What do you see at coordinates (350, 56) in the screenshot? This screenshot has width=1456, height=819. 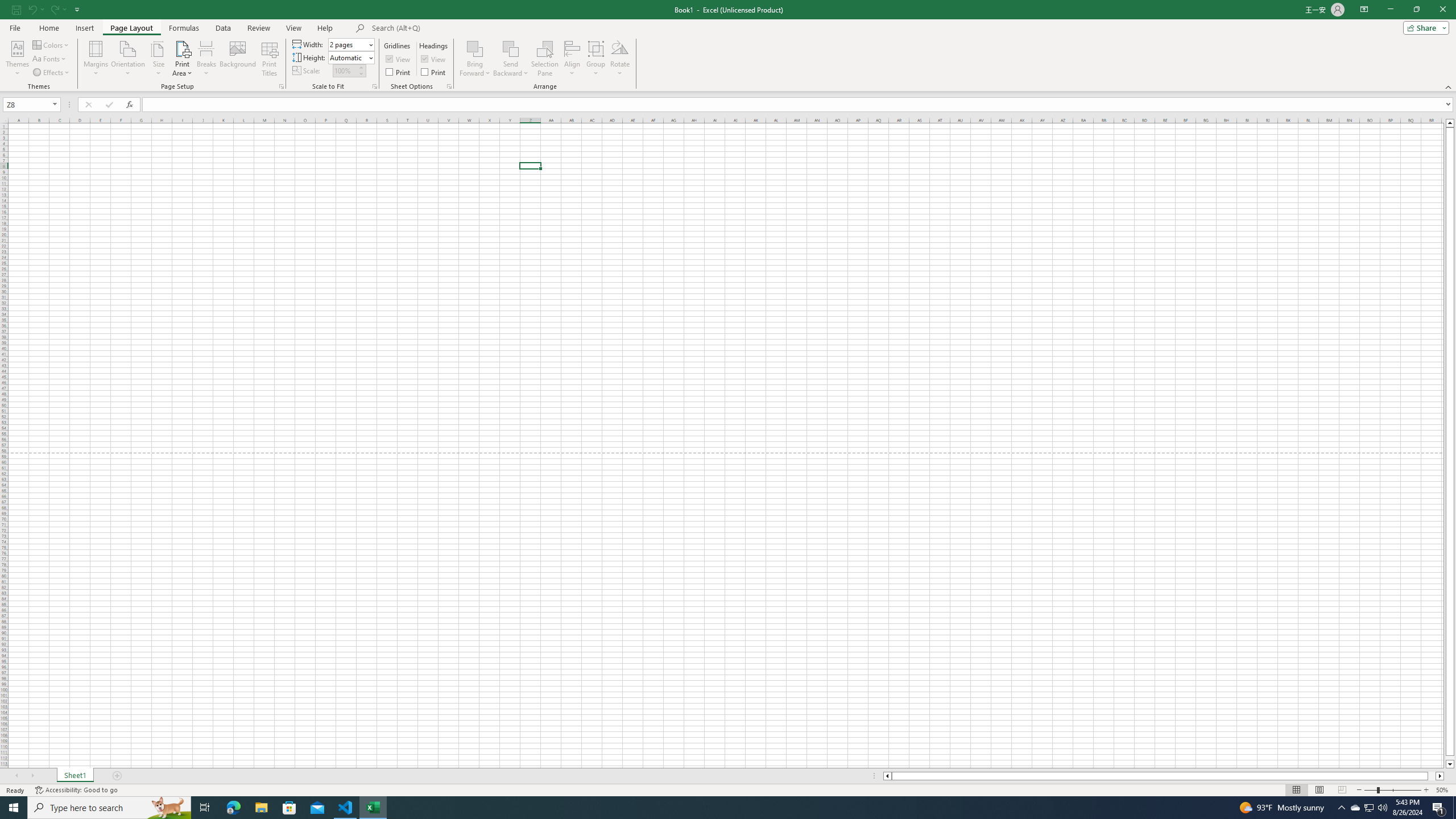 I see `'Height'` at bounding box center [350, 56].